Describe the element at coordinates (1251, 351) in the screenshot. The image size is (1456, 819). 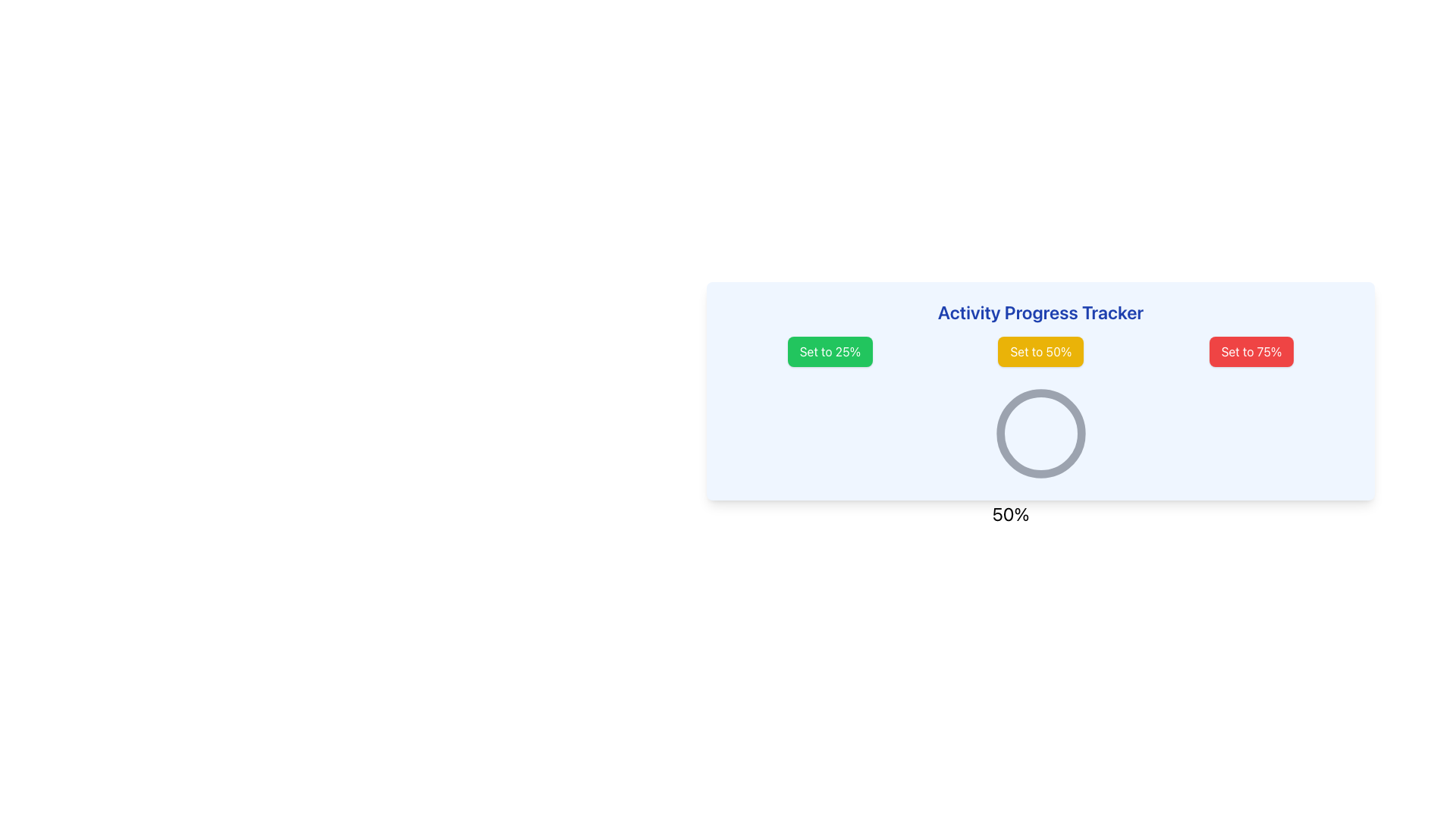
I see `the last button on the right under the 'Activity Progress Tracker' header to set the progress indicator to 75%` at that location.